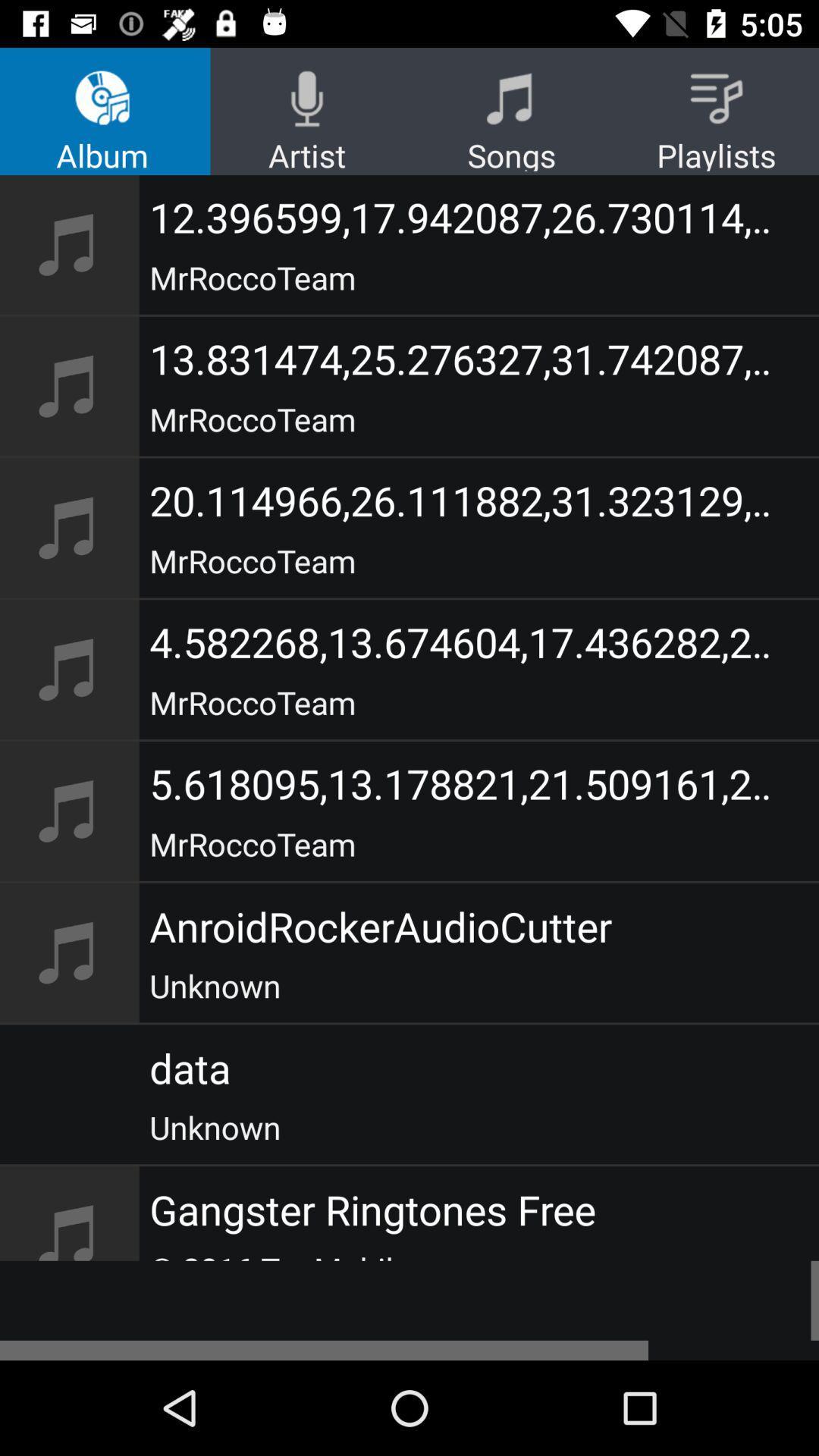 Image resolution: width=819 pixels, height=1456 pixels. What do you see at coordinates (512, 111) in the screenshot?
I see `the songs` at bounding box center [512, 111].